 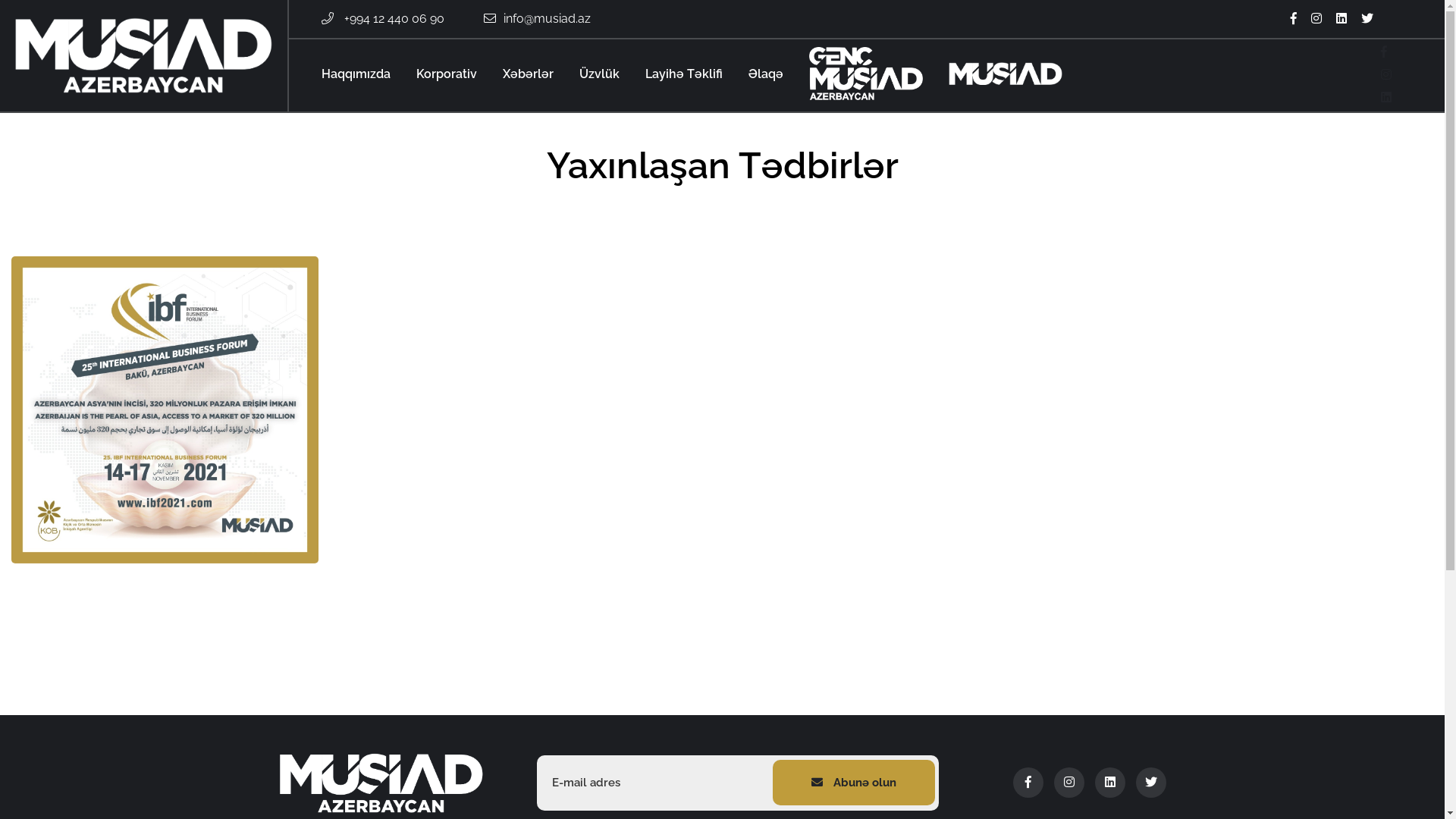 What do you see at coordinates (546, 18) in the screenshot?
I see `'info@musiad.az'` at bounding box center [546, 18].